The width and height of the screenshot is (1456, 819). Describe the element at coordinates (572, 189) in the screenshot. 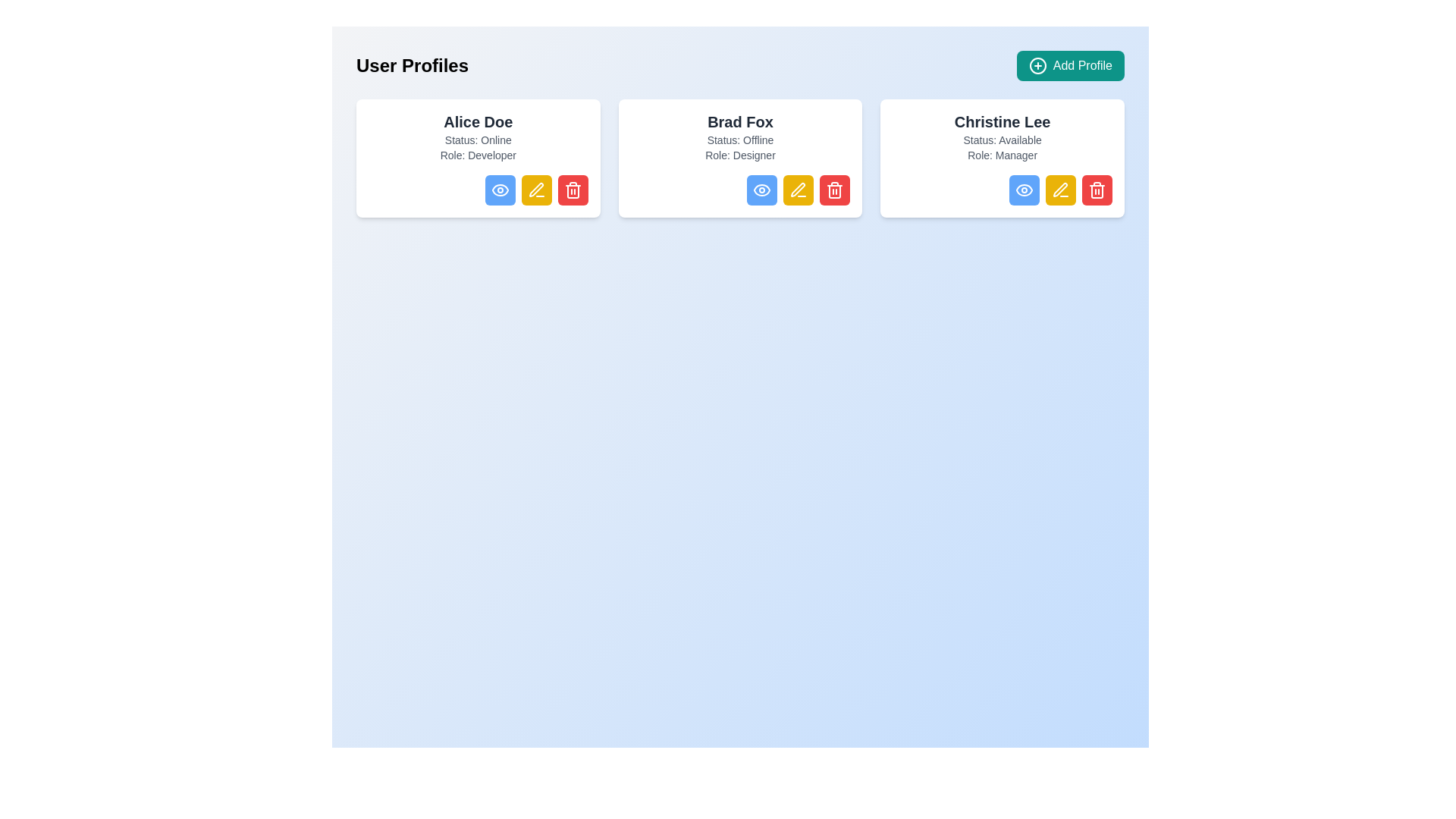

I see `the white trash can icon on the red circular background to initiate deletion, located at the rightmost position of the button group below Alice Doe's profile card` at that location.